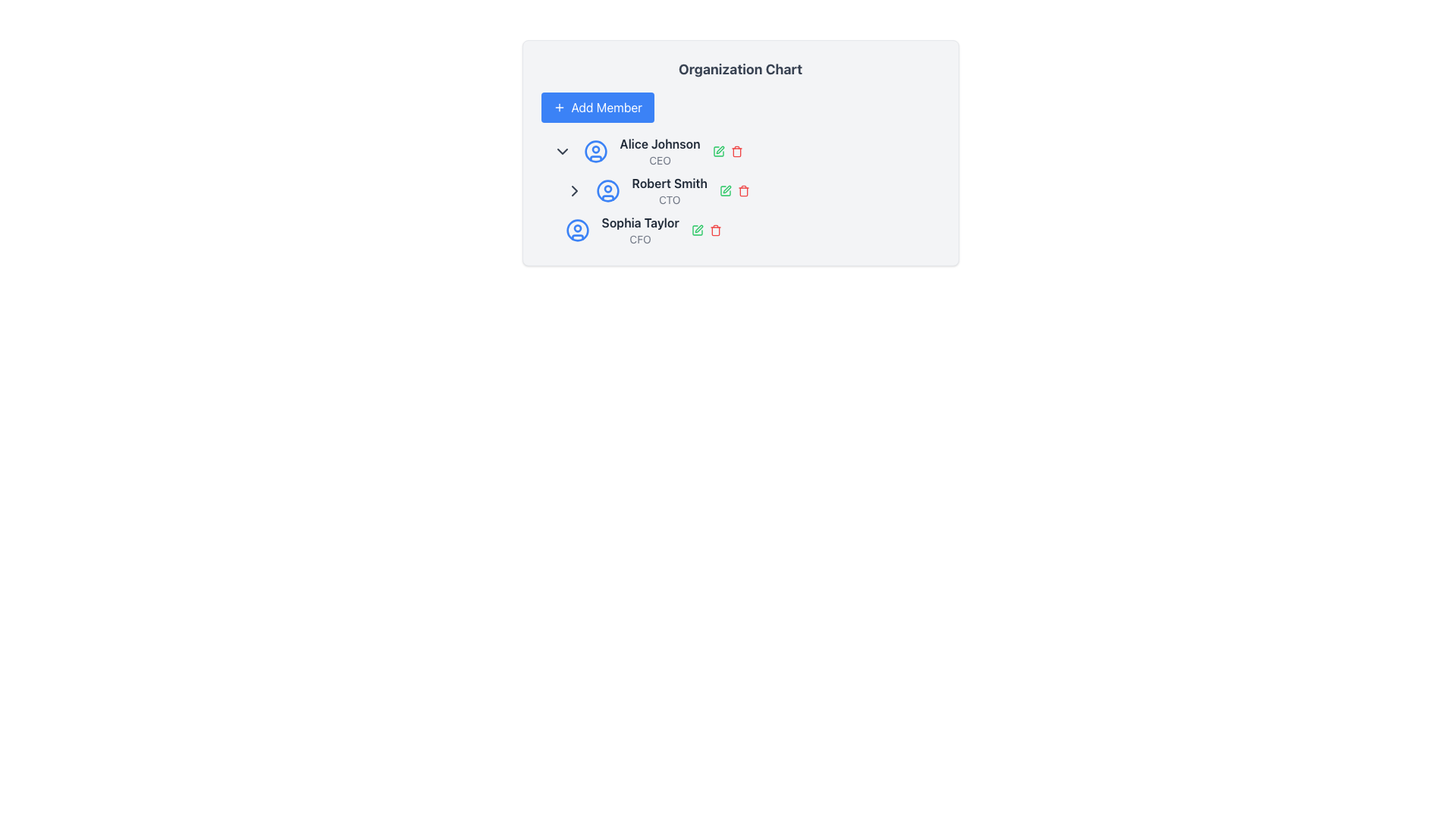 This screenshot has width=1456, height=819. I want to click on to select or expand the member representing the CTO in the organizational chart, positioned between 'Alice Johnson' and 'Sophia Taylor', so click(752, 190).